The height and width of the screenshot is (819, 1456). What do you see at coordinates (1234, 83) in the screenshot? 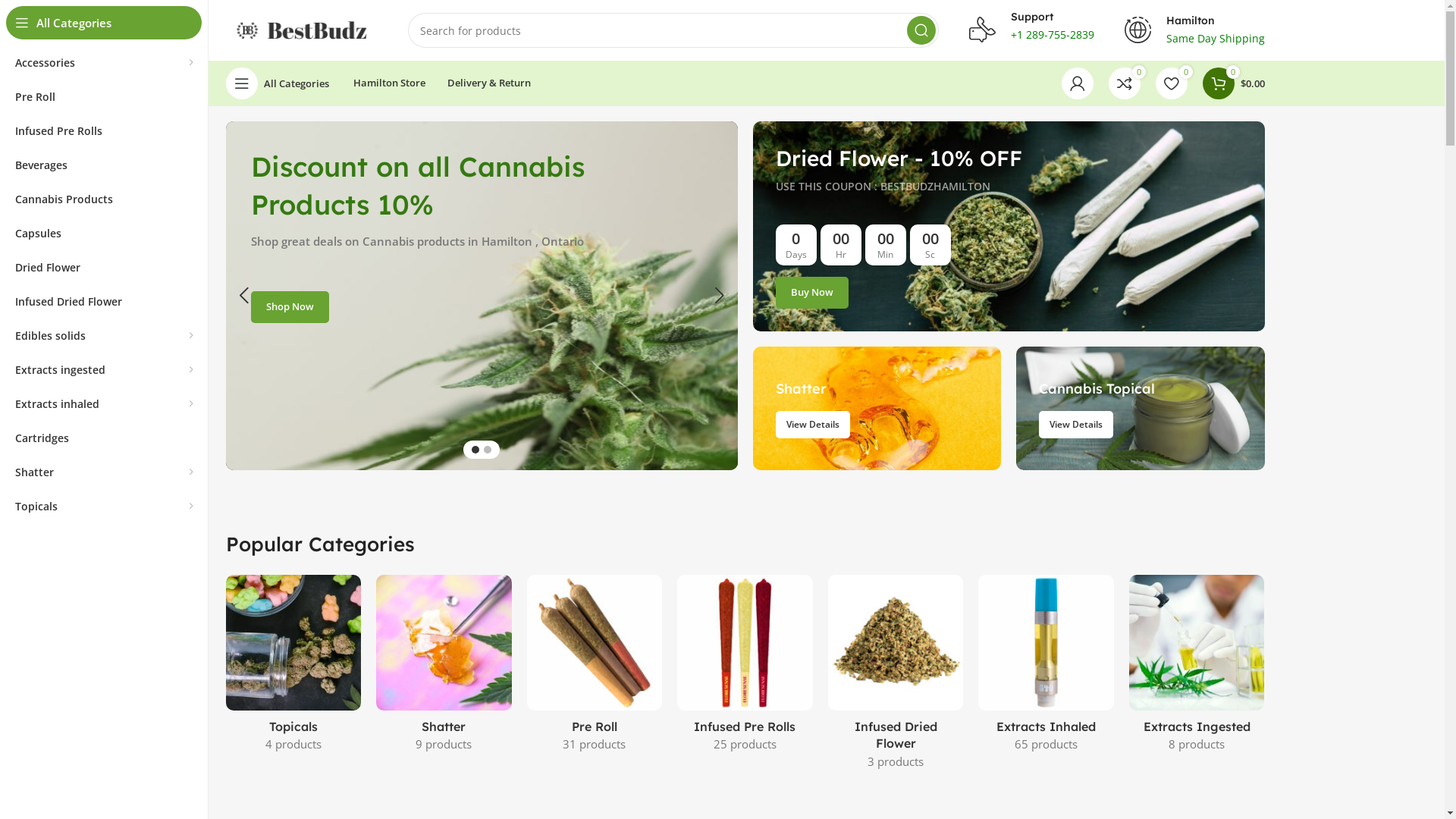
I see `'0` at bounding box center [1234, 83].